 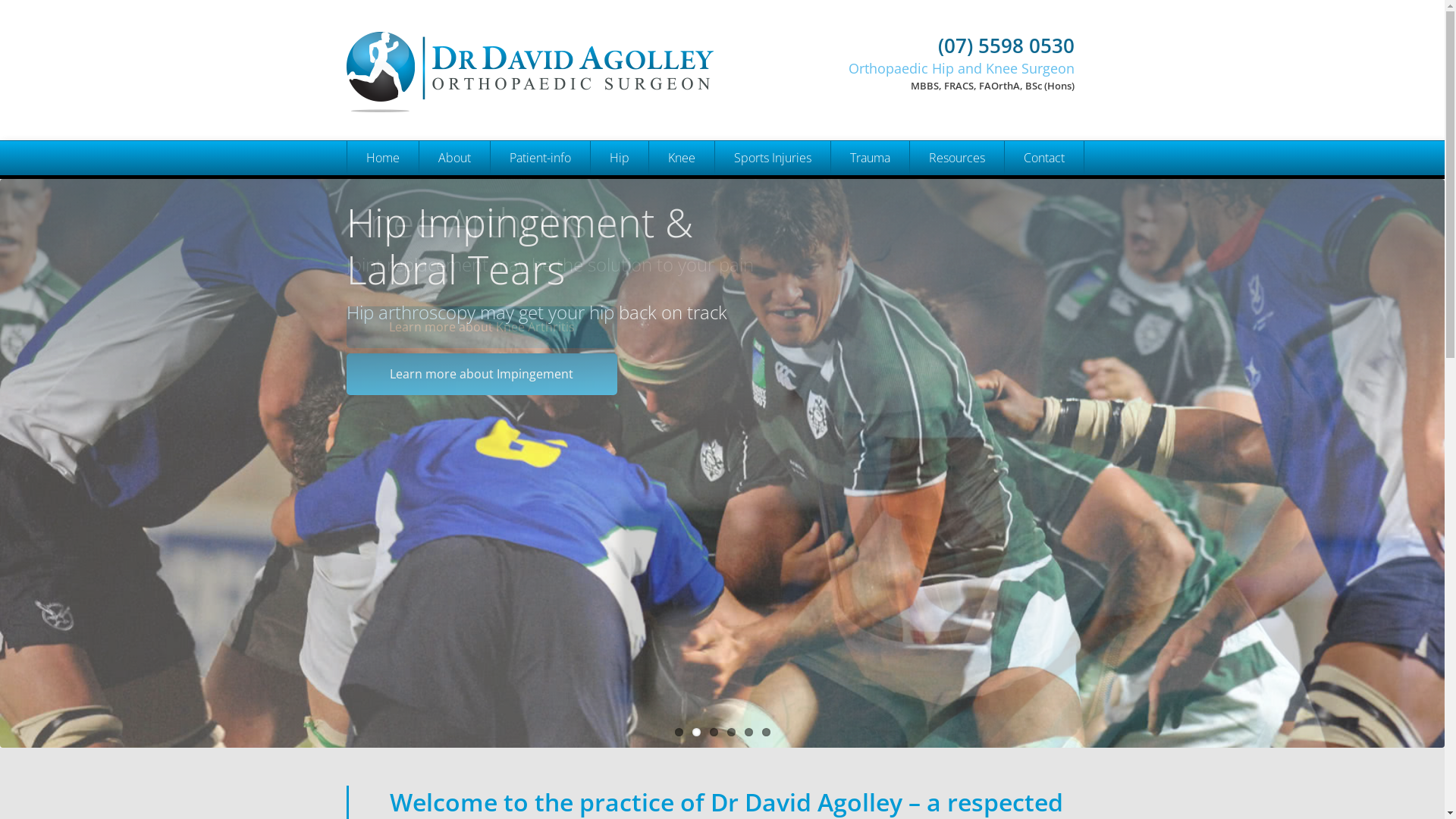 What do you see at coordinates (772, 191) in the screenshot?
I see `'Acute Hip and Knee Sports Injury Clinic'` at bounding box center [772, 191].